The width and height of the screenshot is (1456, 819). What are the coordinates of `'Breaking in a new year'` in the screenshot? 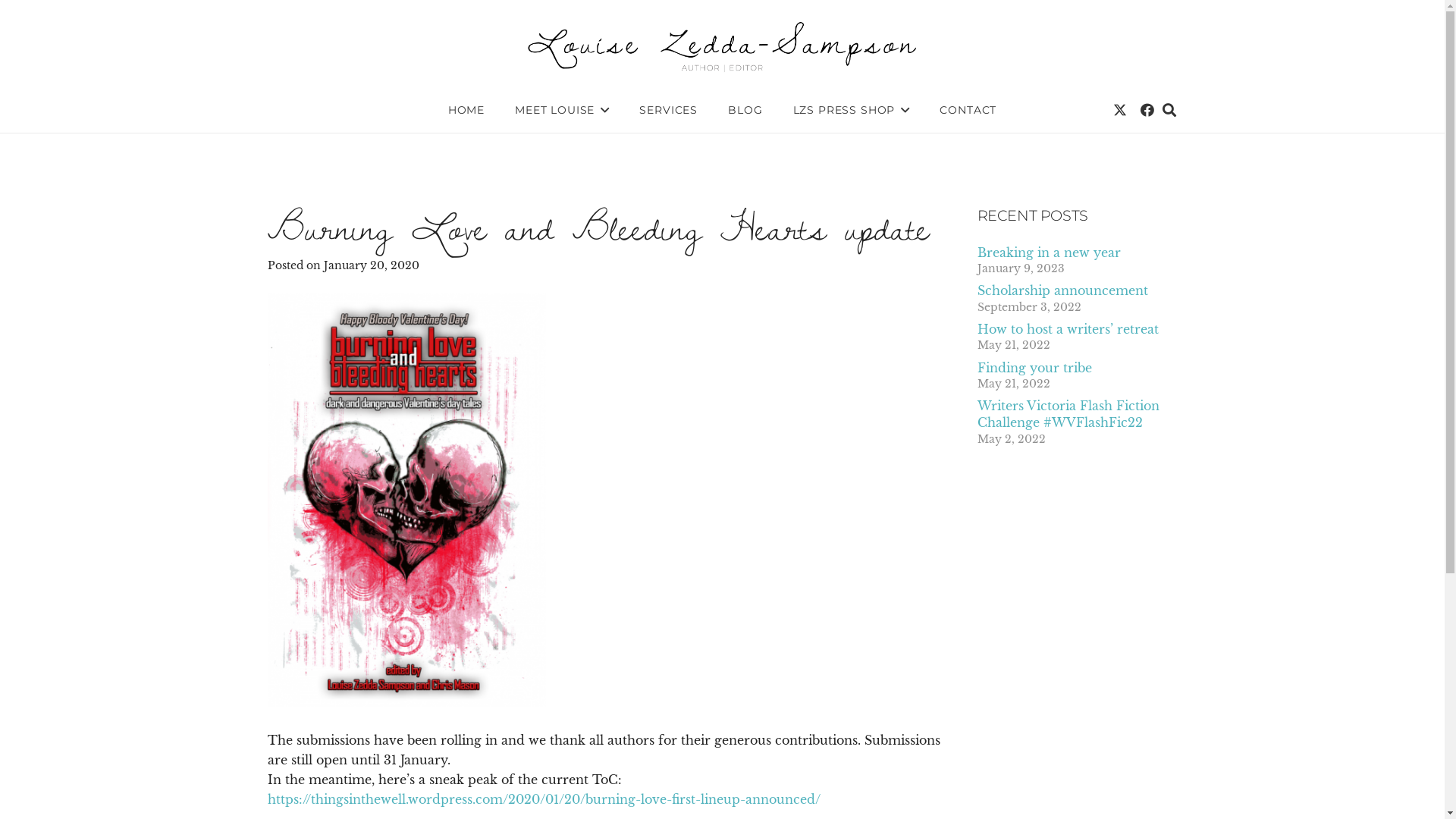 It's located at (976, 251).